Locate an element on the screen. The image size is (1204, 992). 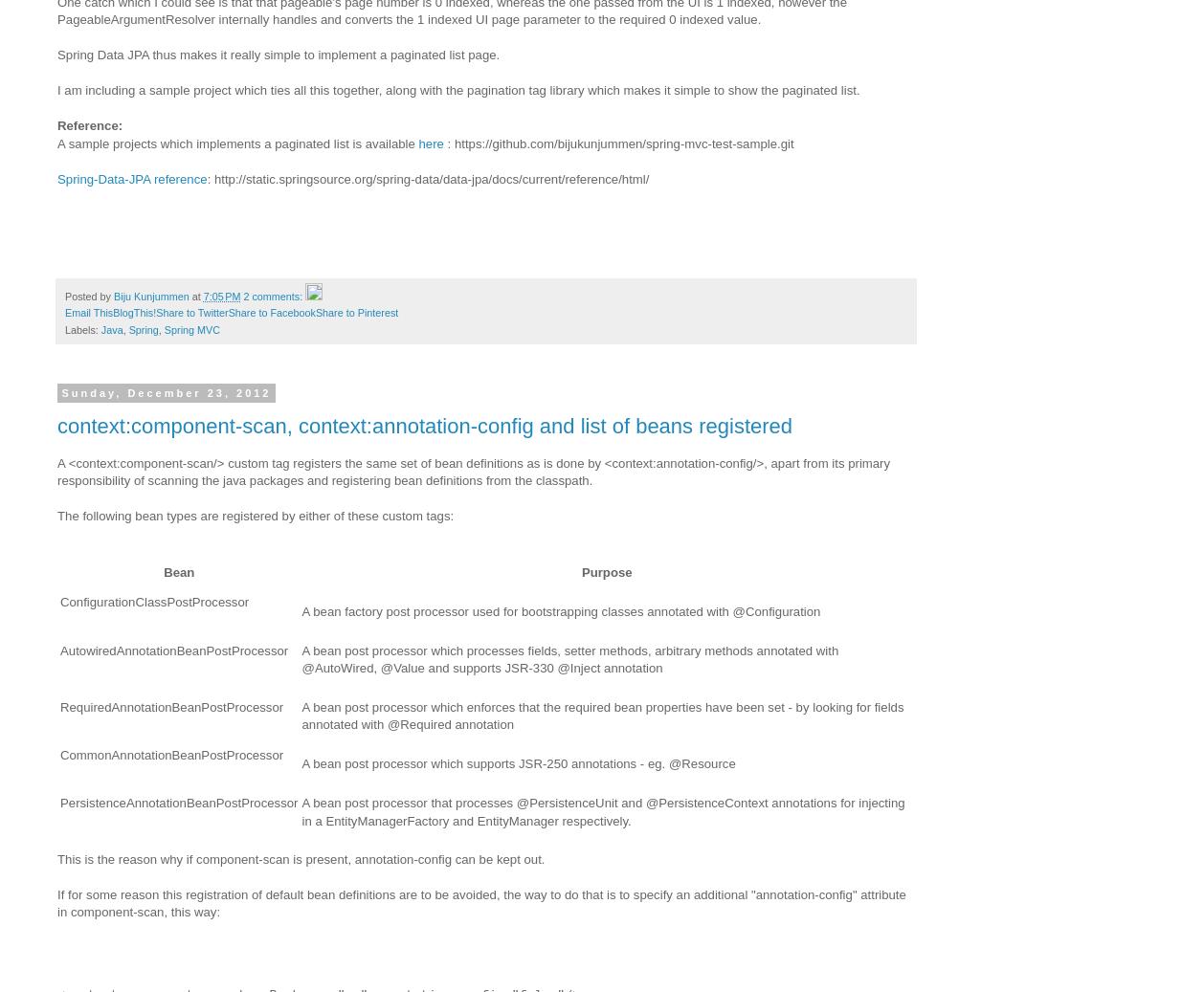
'PersistenceAnnotationBeanPostProcessor' is located at coordinates (178, 803).